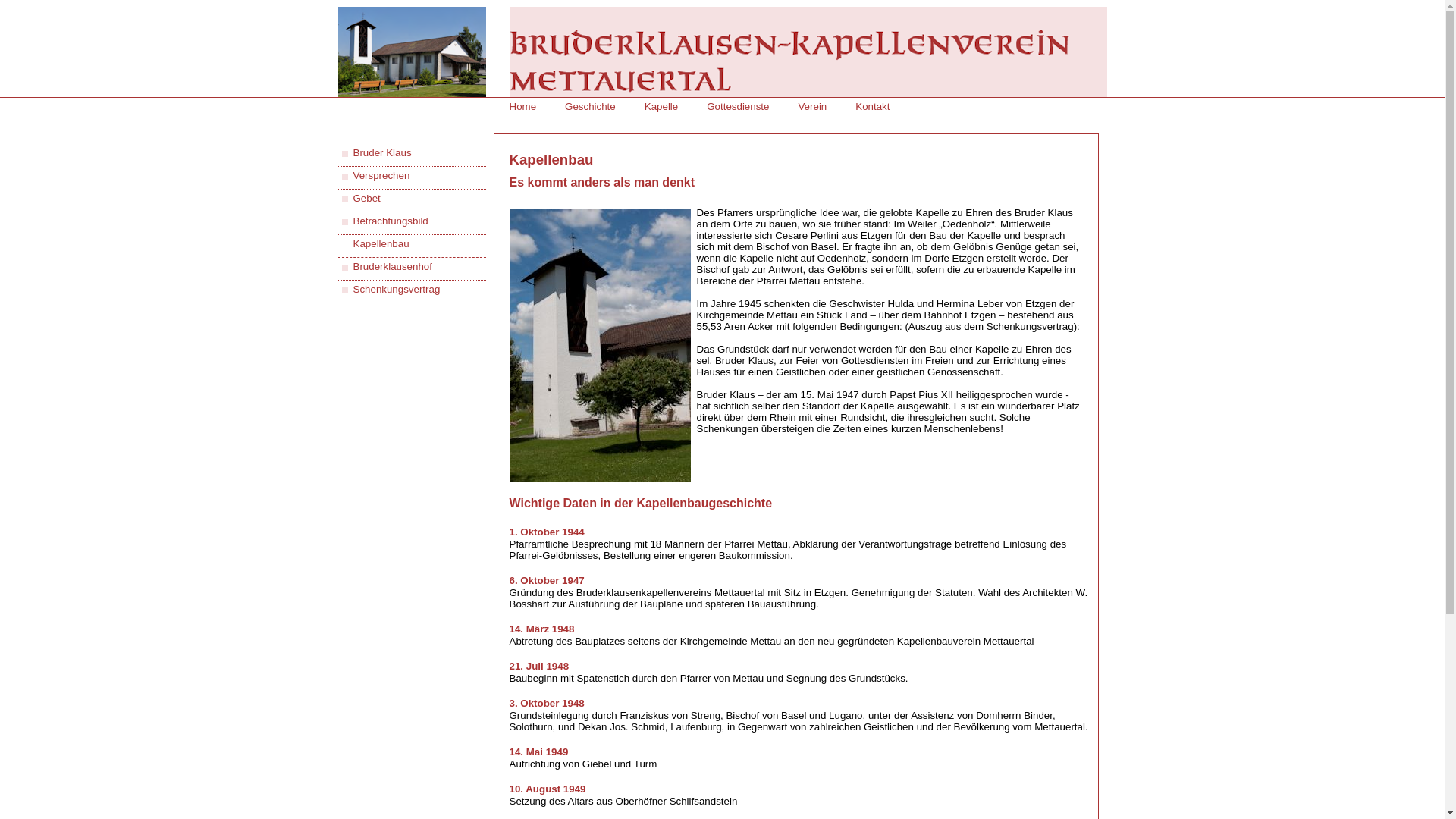 Image resolution: width=1456 pixels, height=819 pixels. What do you see at coordinates (397, 289) in the screenshot?
I see `'Schenkungsvertrag'` at bounding box center [397, 289].